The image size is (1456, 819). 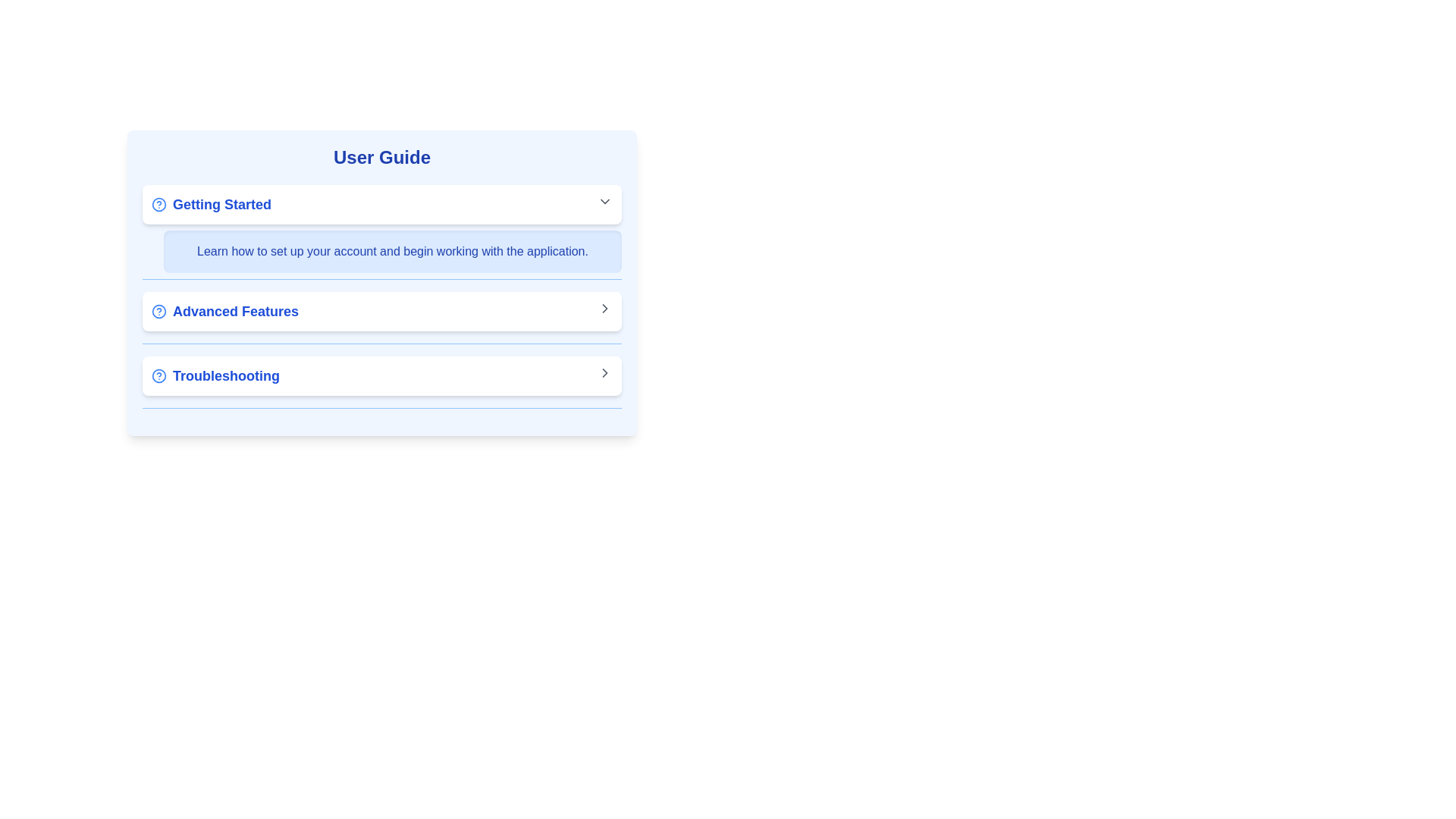 What do you see at coordinates (221, 205) in the screenshot?
I see `the text label displaying 'Getting Started', which is styled in bold, large blue font and is prominently positioned for user guidance` at bounding box center [221, 205].